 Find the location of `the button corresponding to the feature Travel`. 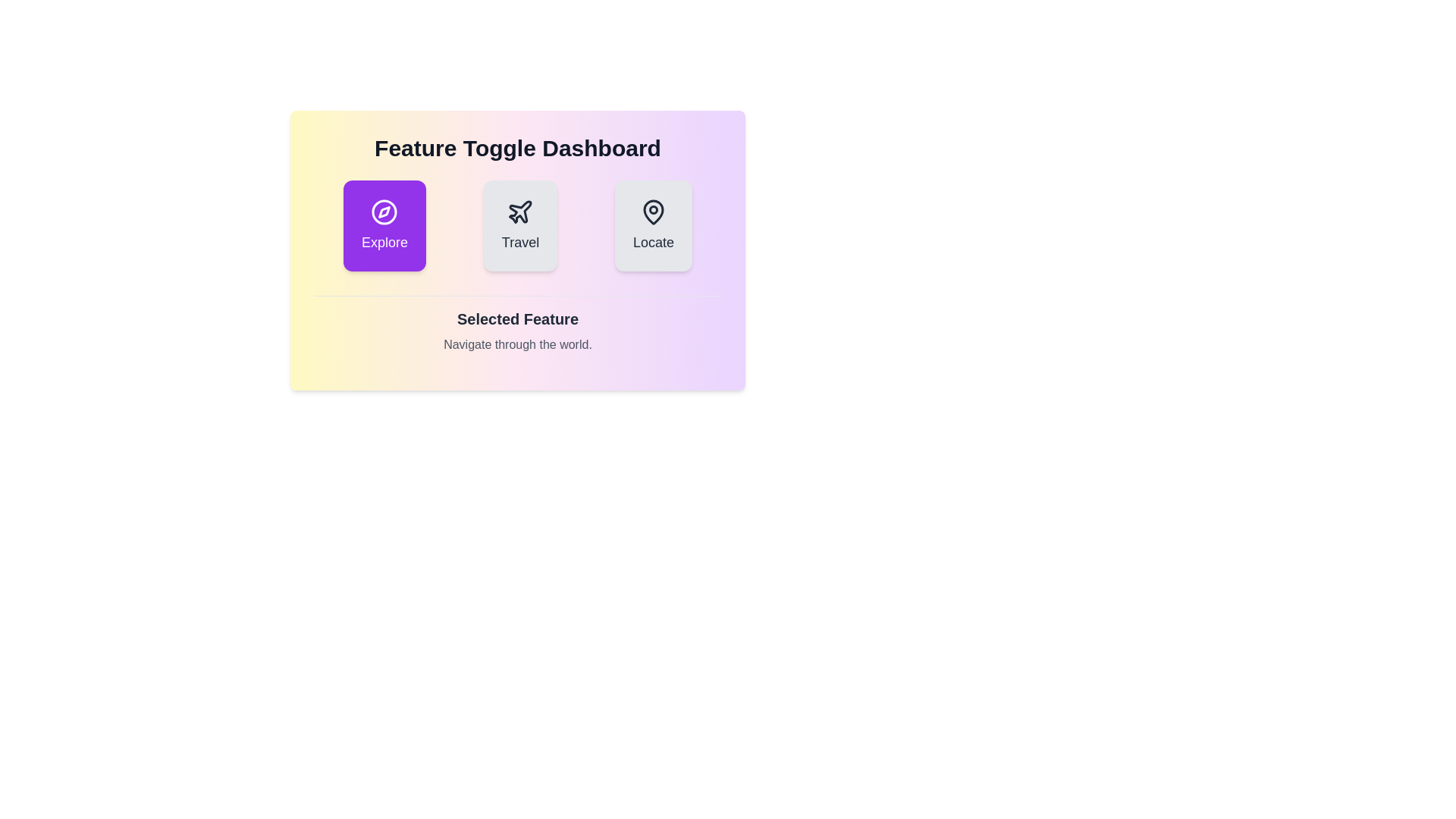

the button corresponding to the feature Travel is located at coordinates (520, 225).